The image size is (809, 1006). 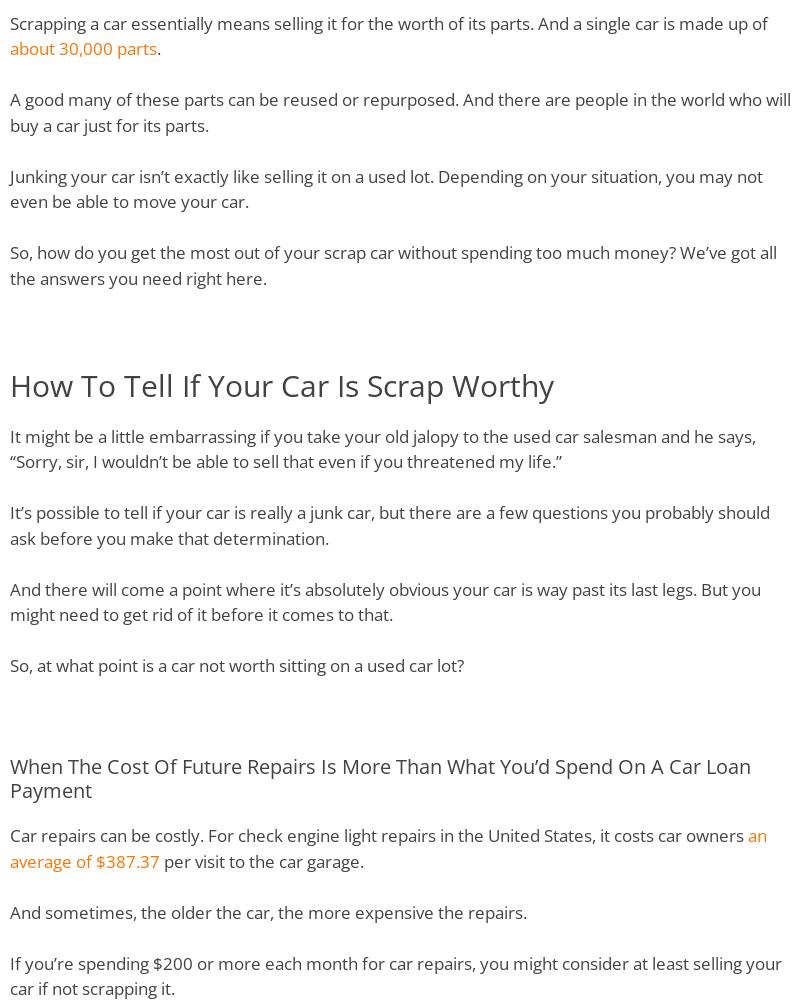 I want to click on 'Scrapping a car essentially means selling it for the worth of its parts. And a single car is made up of', so click(x=388, y=22).